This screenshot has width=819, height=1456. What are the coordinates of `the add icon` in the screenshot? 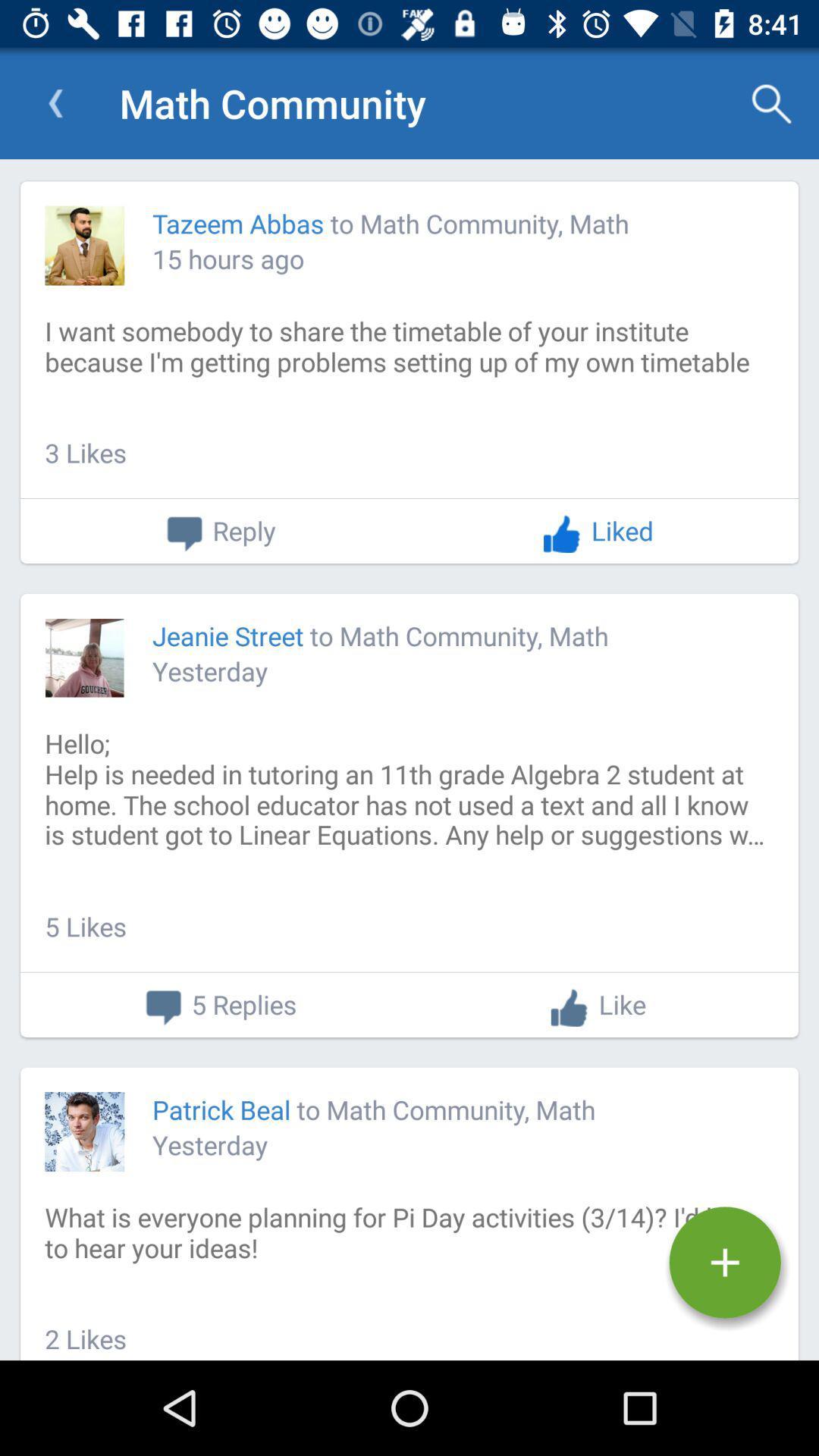 It's located at (724, 1263).